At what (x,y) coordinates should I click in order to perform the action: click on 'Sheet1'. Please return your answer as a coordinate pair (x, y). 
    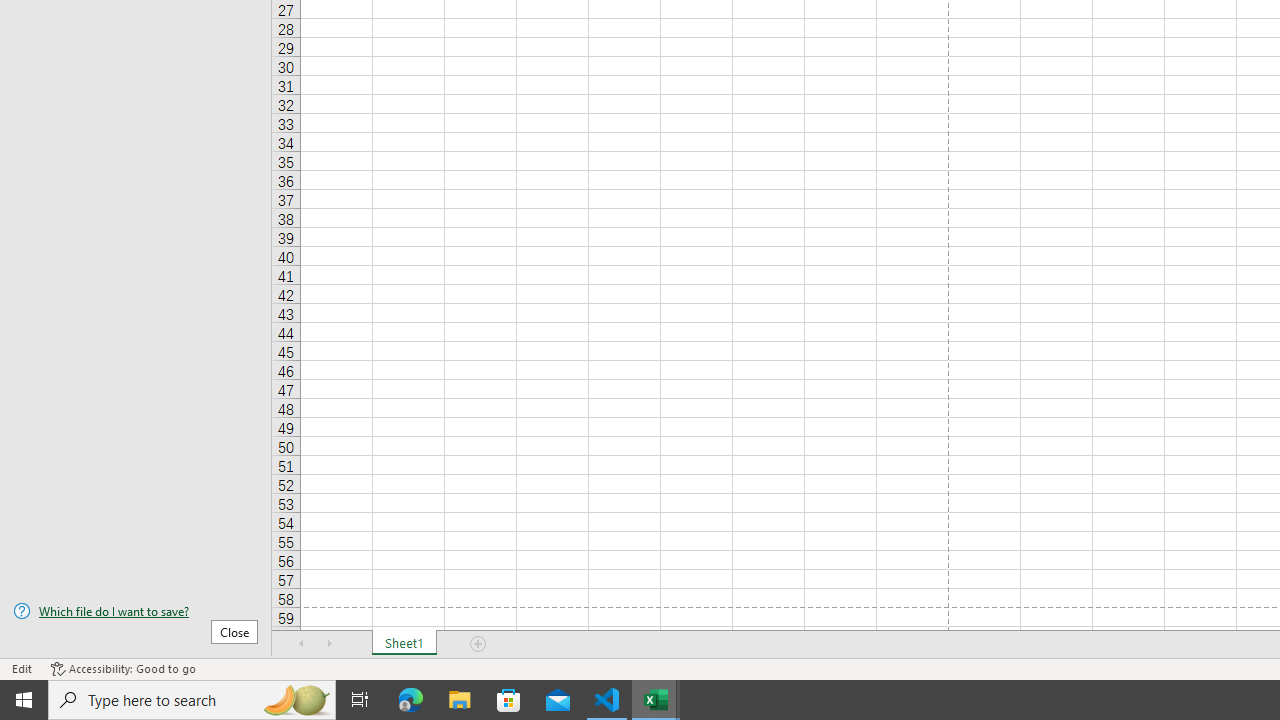
    Looking at the image, I should click on (403, 644).